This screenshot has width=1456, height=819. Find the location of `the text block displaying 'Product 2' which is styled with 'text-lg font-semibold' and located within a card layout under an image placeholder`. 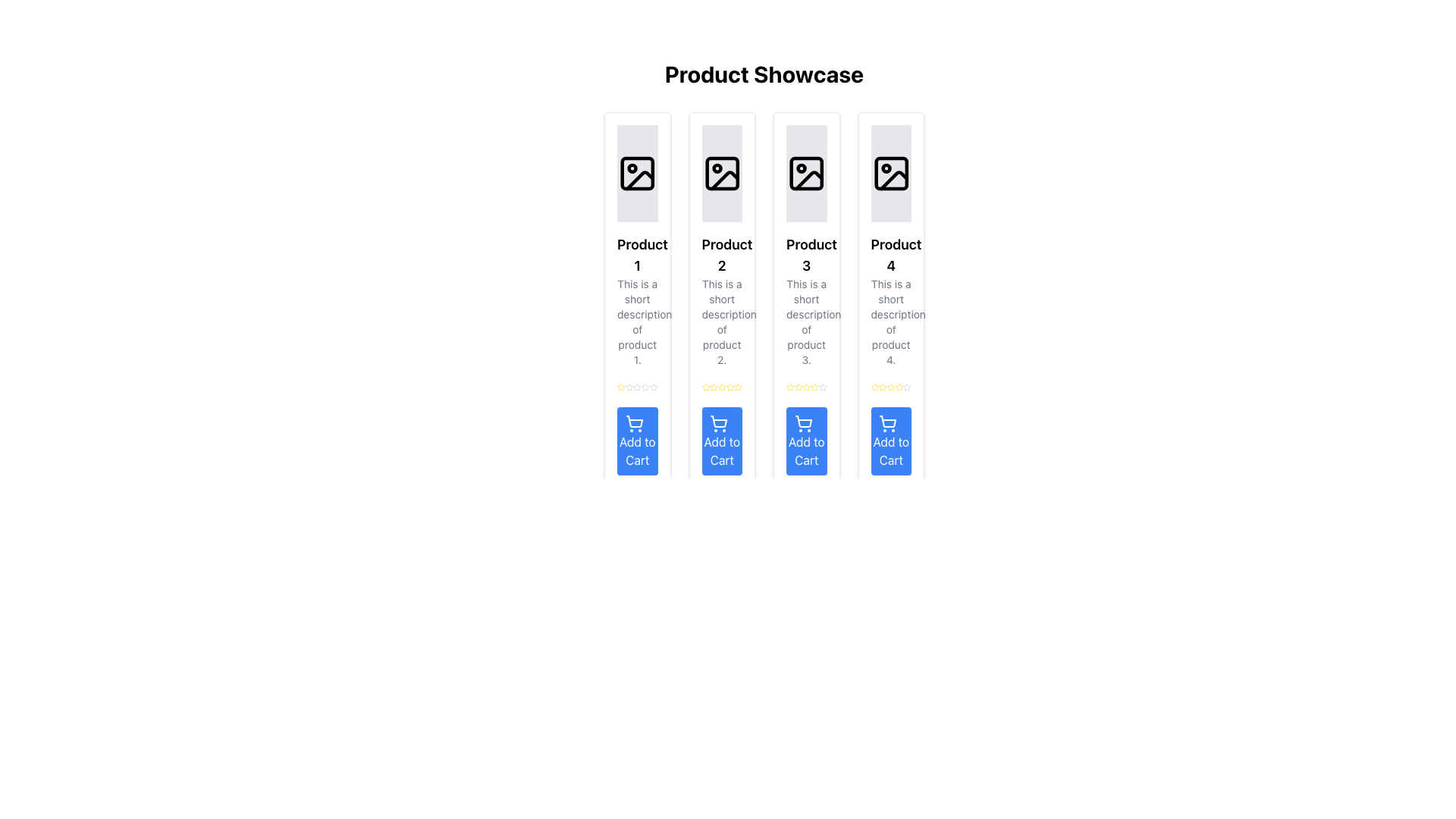

the text block displaying 'Product 2' which is styled with 'text-lg font-semibold' and located within a card layout under an image placeholder is located at coordinates (721, 254).